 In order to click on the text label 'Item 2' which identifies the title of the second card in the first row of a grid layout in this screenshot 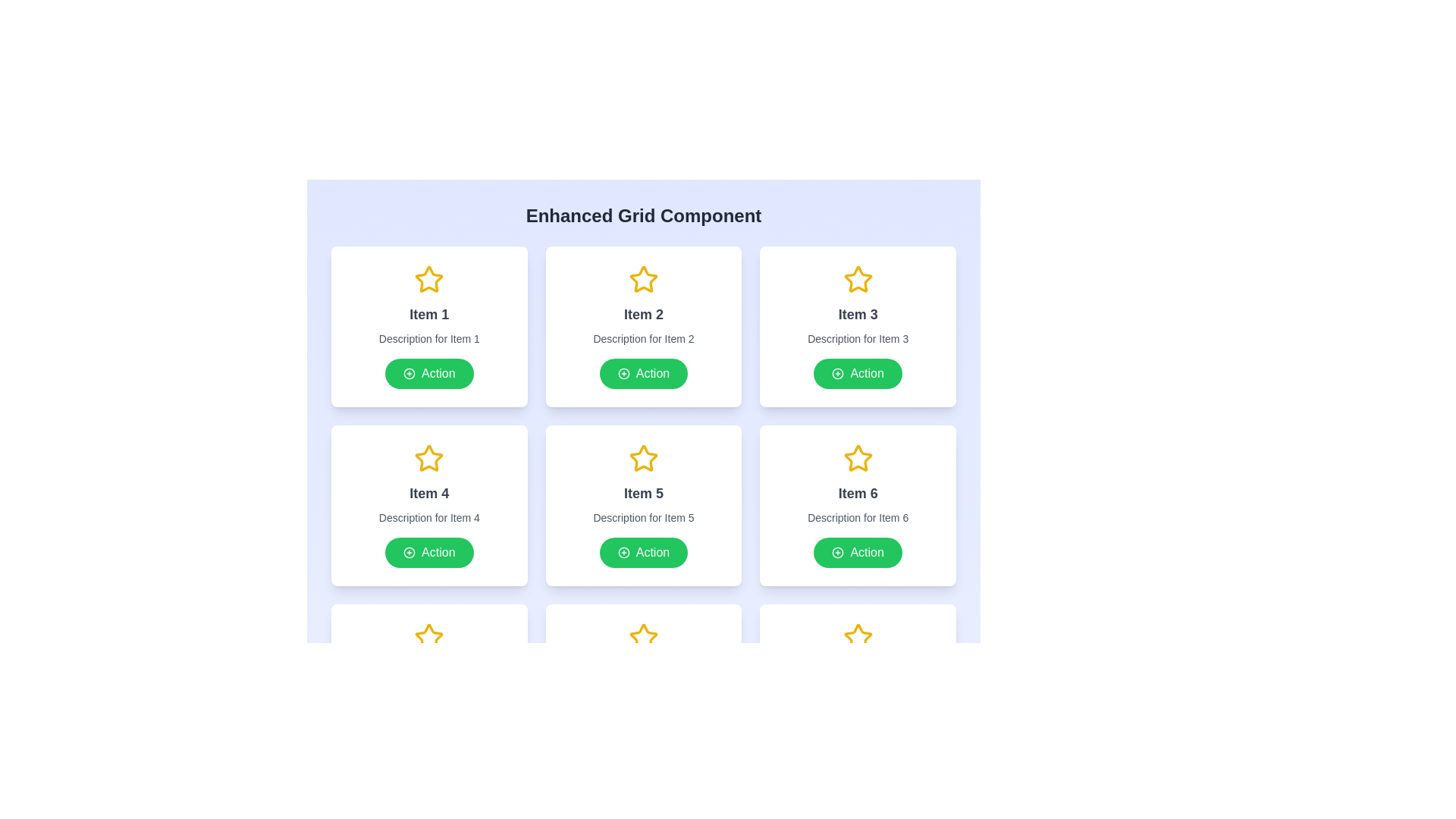, I will do `click(644, 314)`.